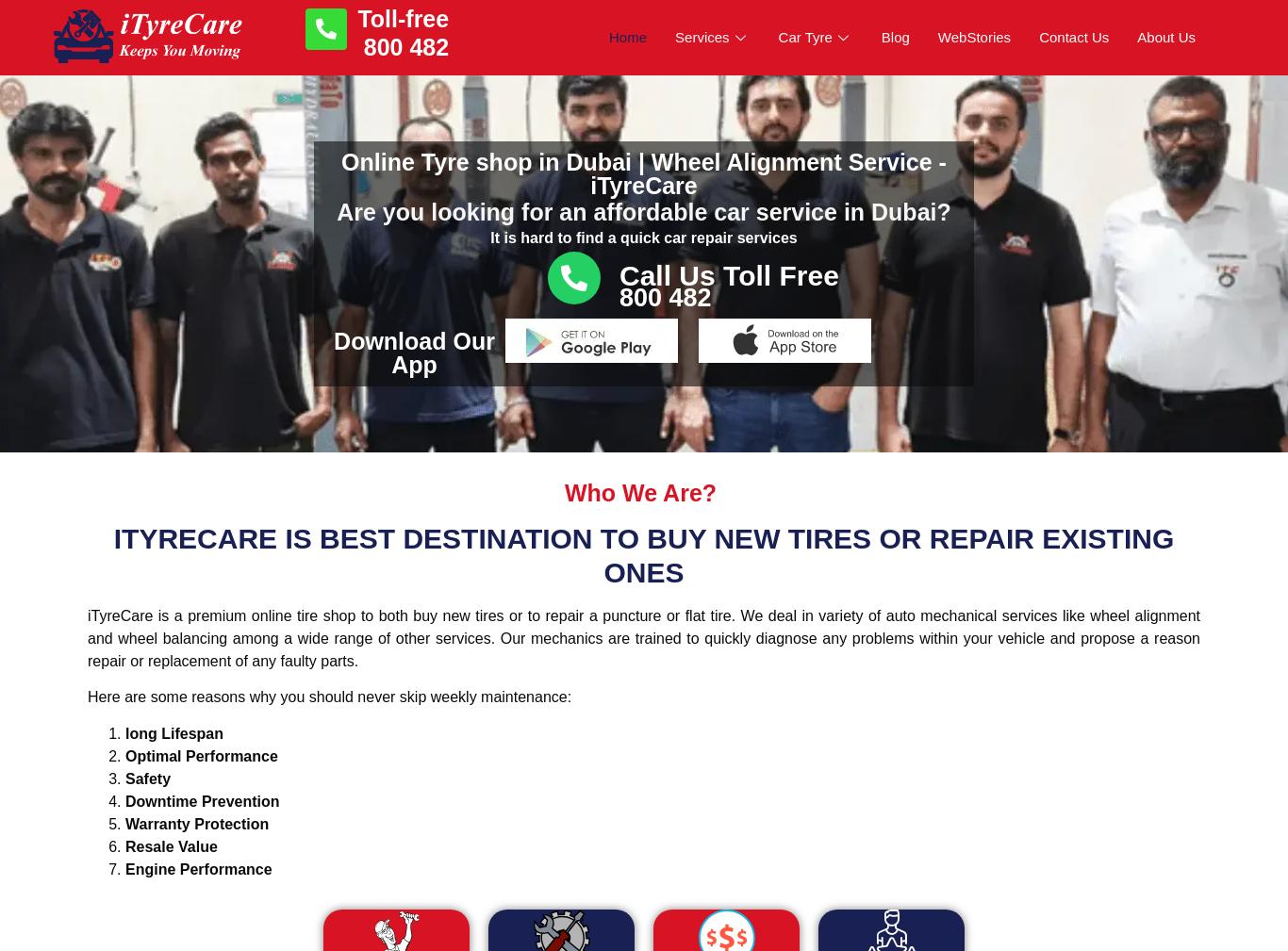  What do you see at coordinates (197, 868) in the screenshot?
I see `'Engine Performance'` at bounding box center [197, 868].